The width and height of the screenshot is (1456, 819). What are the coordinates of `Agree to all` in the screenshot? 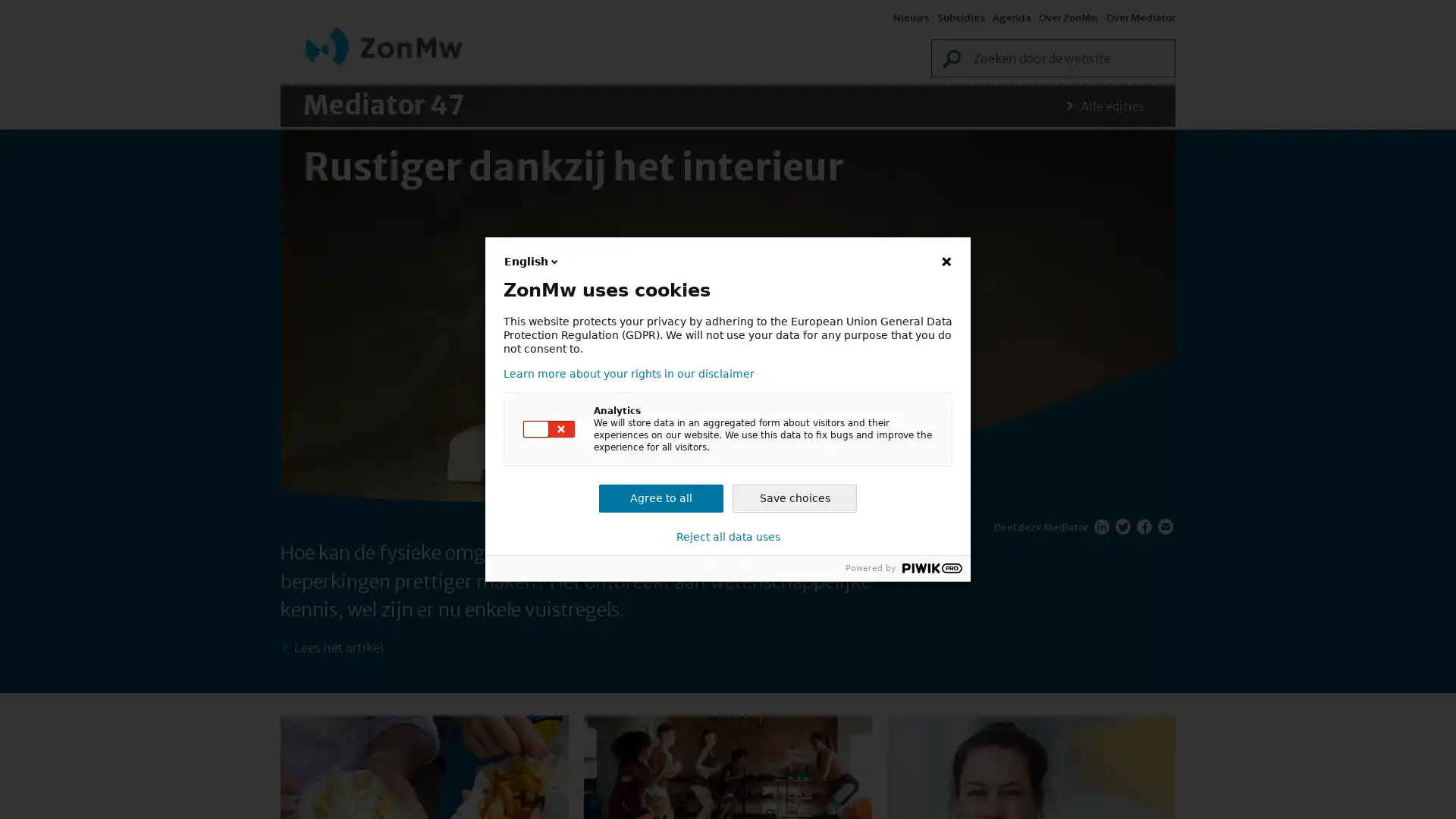 It's located at (661, 498).